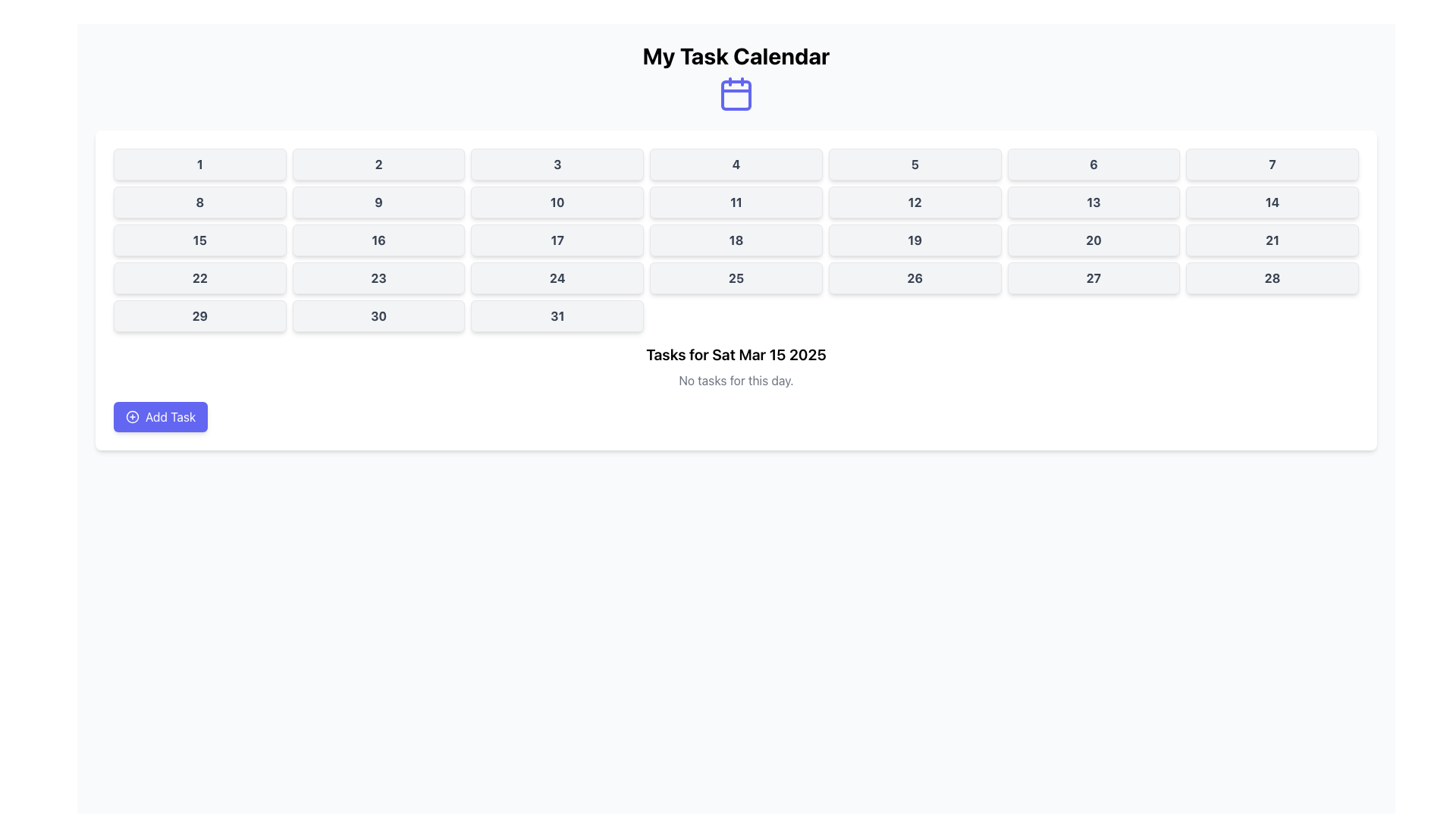 This screenshot has height=819, width=1456. Describe the element at coordinates (1272, 278) in the screenshot. I see `the button displaying the number '28' which is located in the fifth row and seventh column of the grid layout` at that location.